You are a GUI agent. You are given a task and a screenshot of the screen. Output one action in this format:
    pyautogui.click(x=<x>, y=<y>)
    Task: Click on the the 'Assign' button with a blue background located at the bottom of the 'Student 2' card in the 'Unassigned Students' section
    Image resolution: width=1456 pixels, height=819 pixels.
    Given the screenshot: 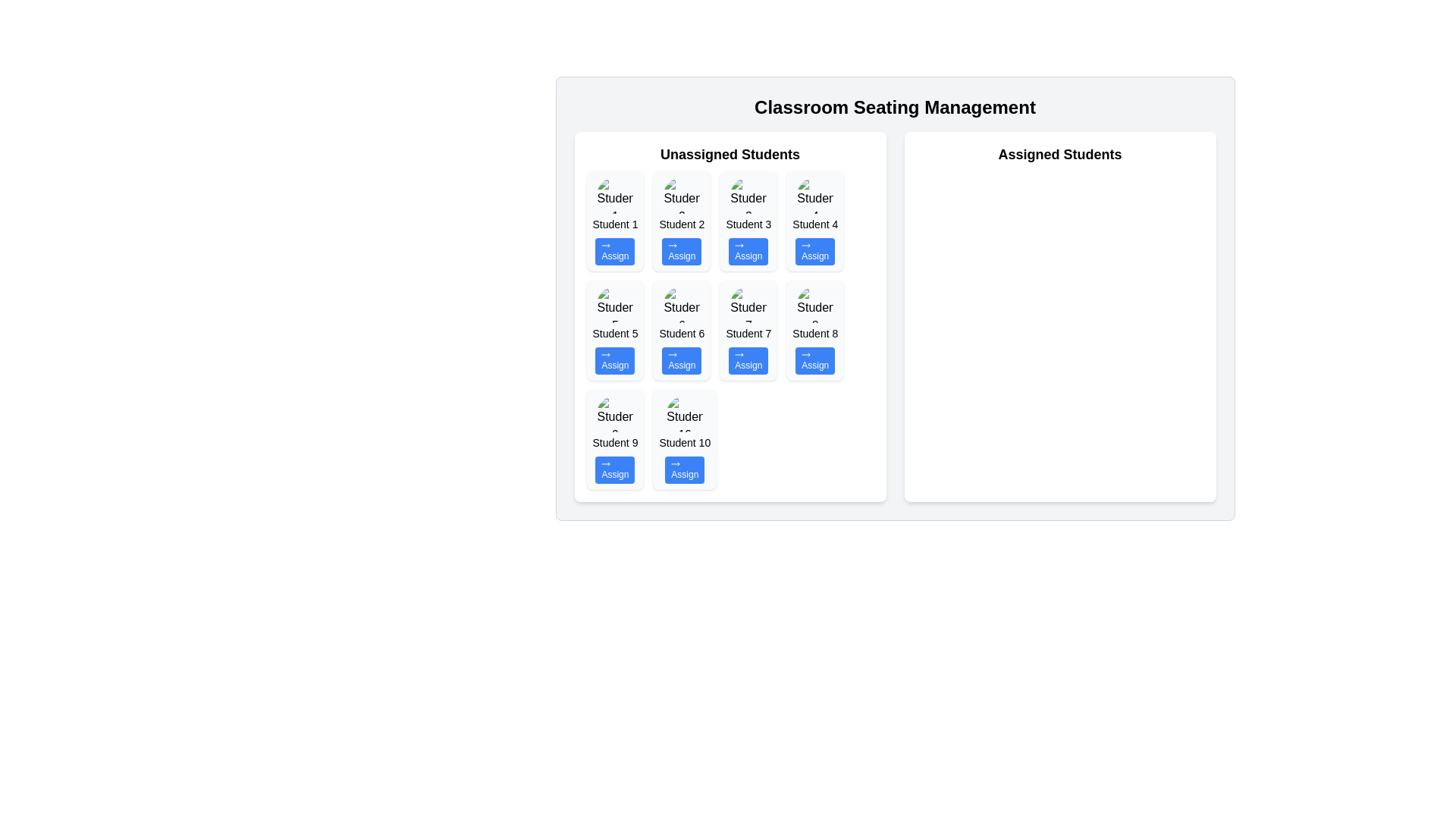 What is the action you would take?
    pyautogui.click(x=681, y=250)
    